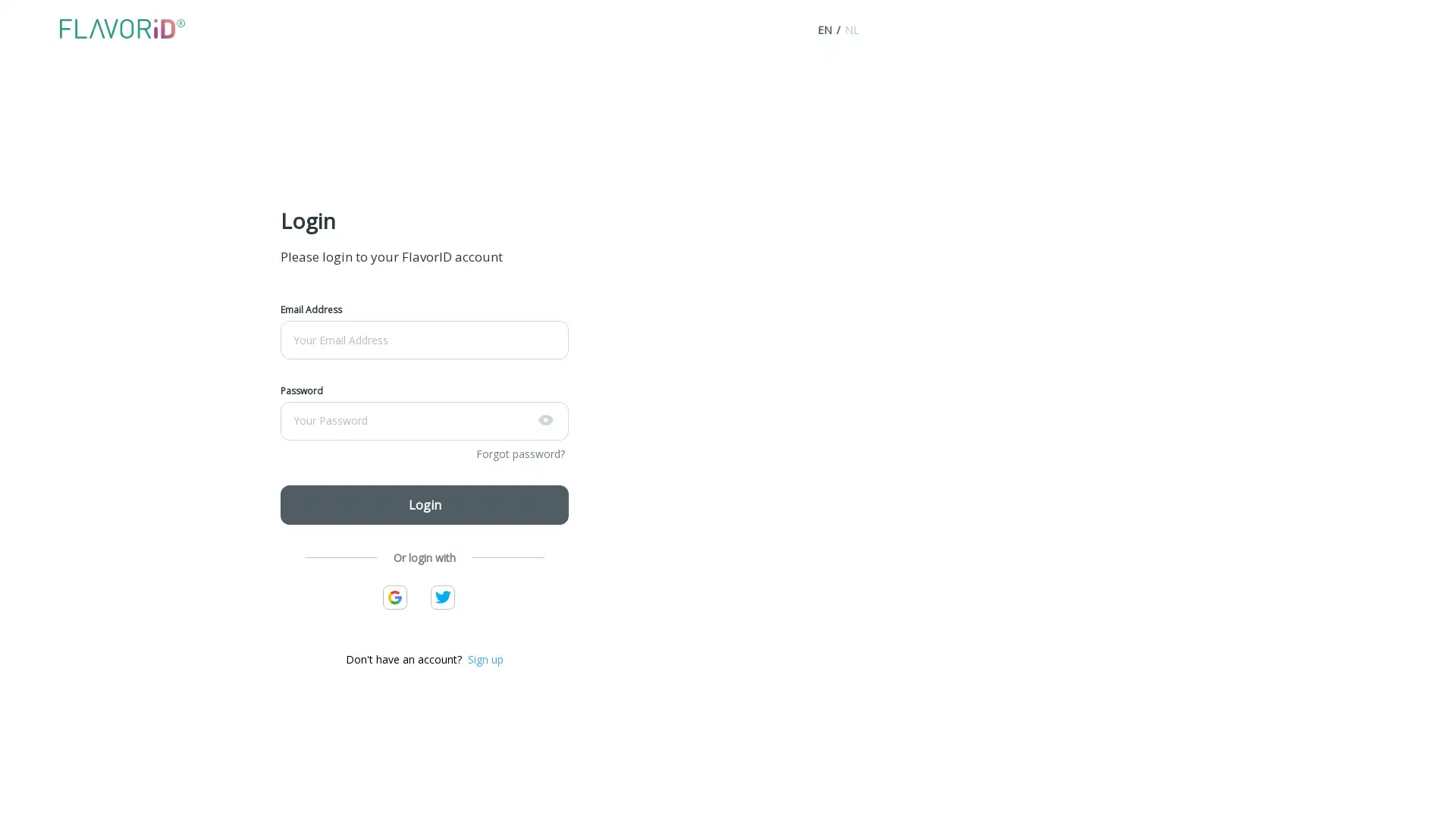  What do you see at coordinates (520, 452) in the screenshot?
I see `Forgot password?` at bounding box center [520, 452].